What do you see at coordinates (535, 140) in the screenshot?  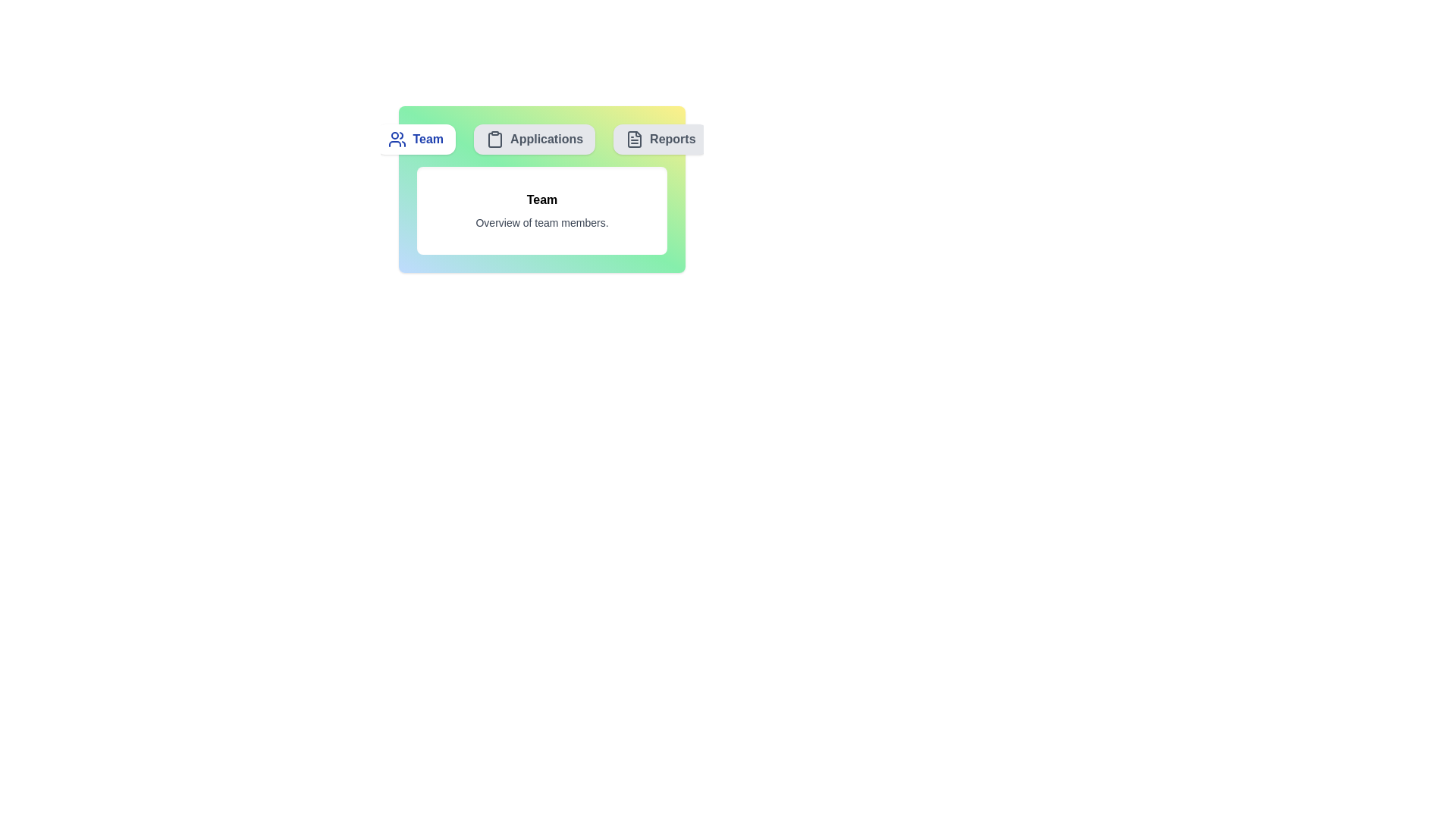 I see `the Applications tab by clicking on its button` at bounding box center [535, 140].